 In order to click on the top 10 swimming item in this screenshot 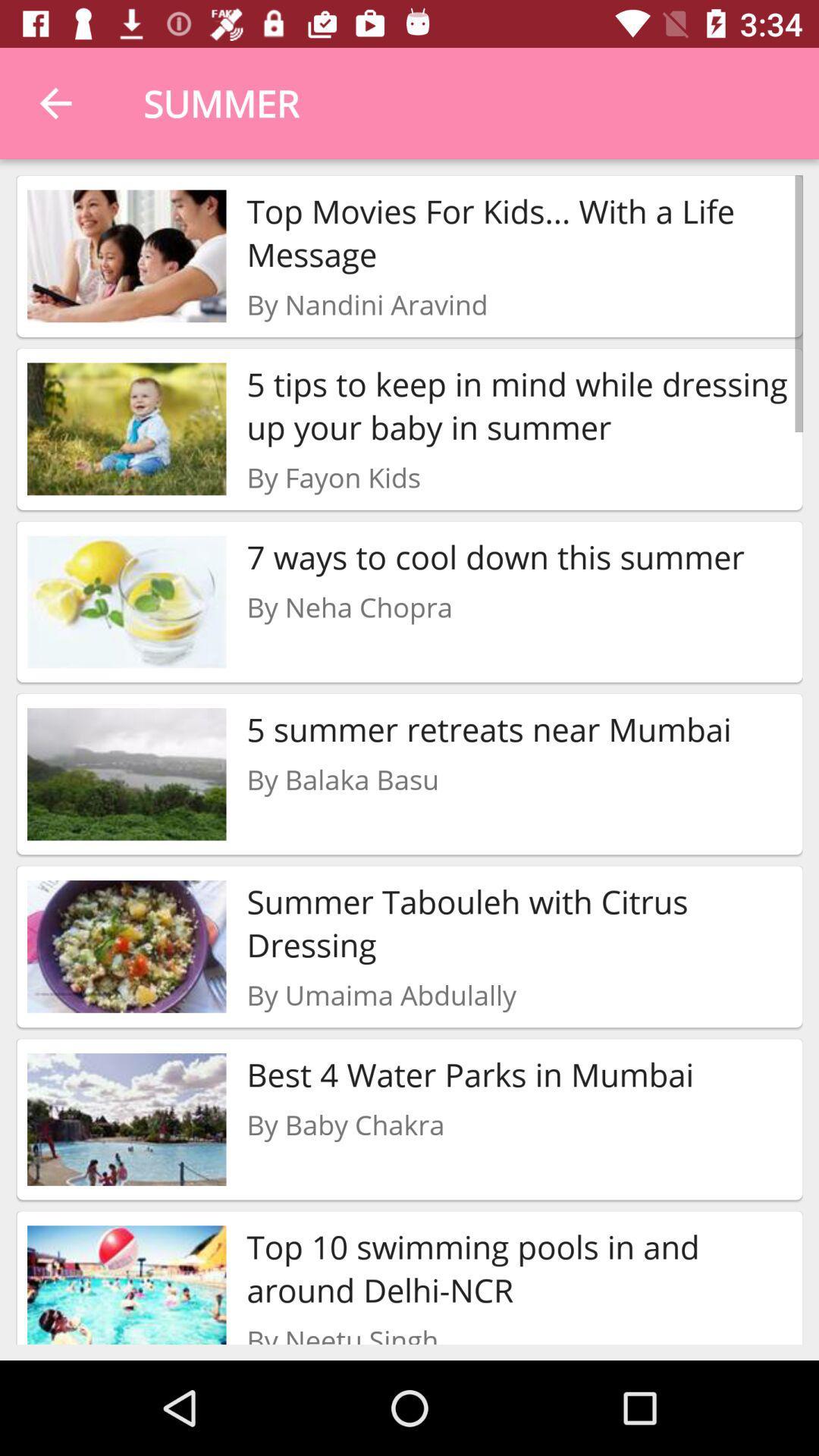, I will do `click(519, 1268)`.